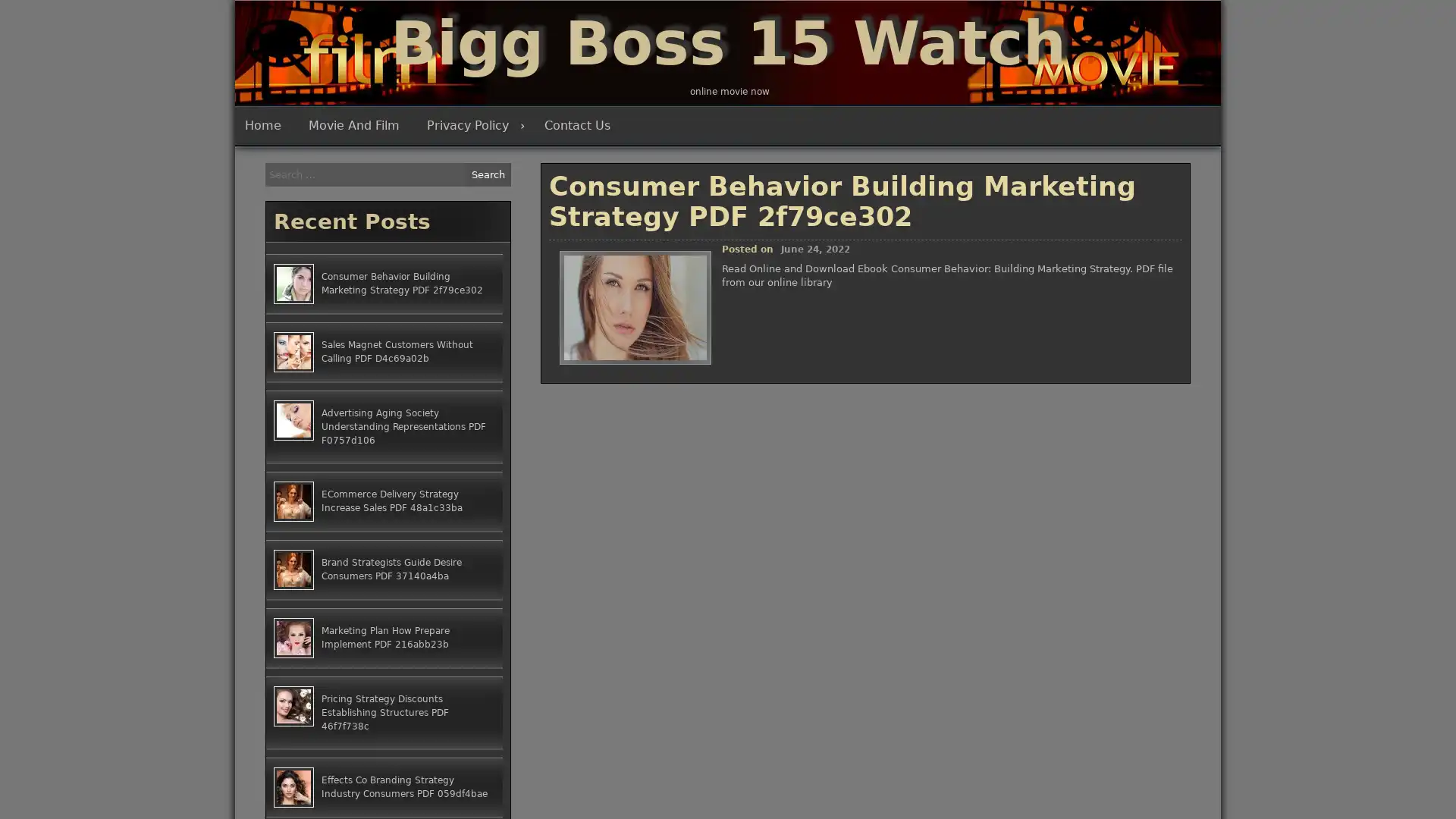 The width and height of the screenshot is (1456, 819). I want to click on Search, so click(488, 174).